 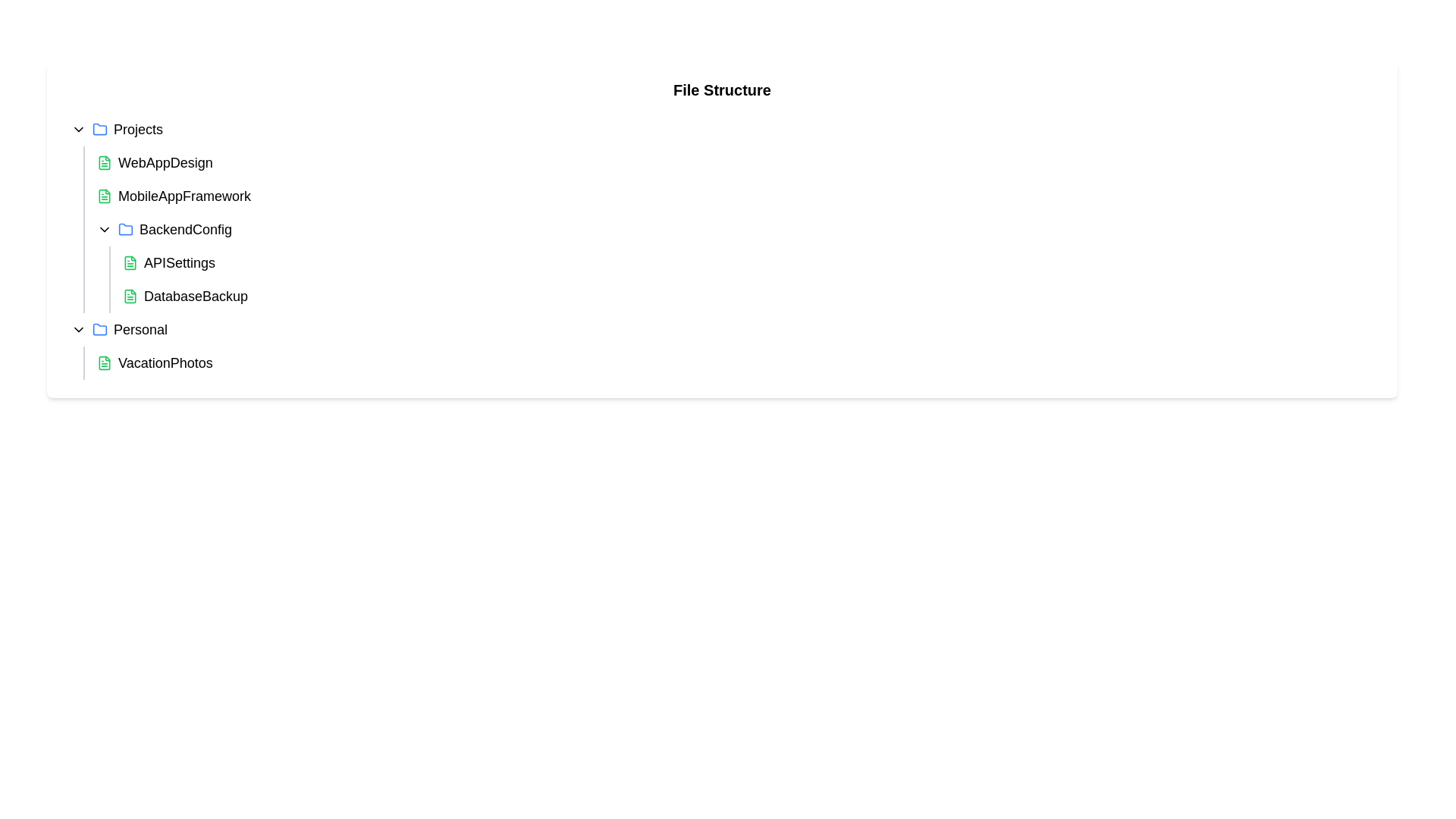 What do you see at coordinates (165, 163) in the screenshot?
I see `the label titled 'WebAppDesign' located in the 'Projects' folder section` at bounding box center [165, 163].